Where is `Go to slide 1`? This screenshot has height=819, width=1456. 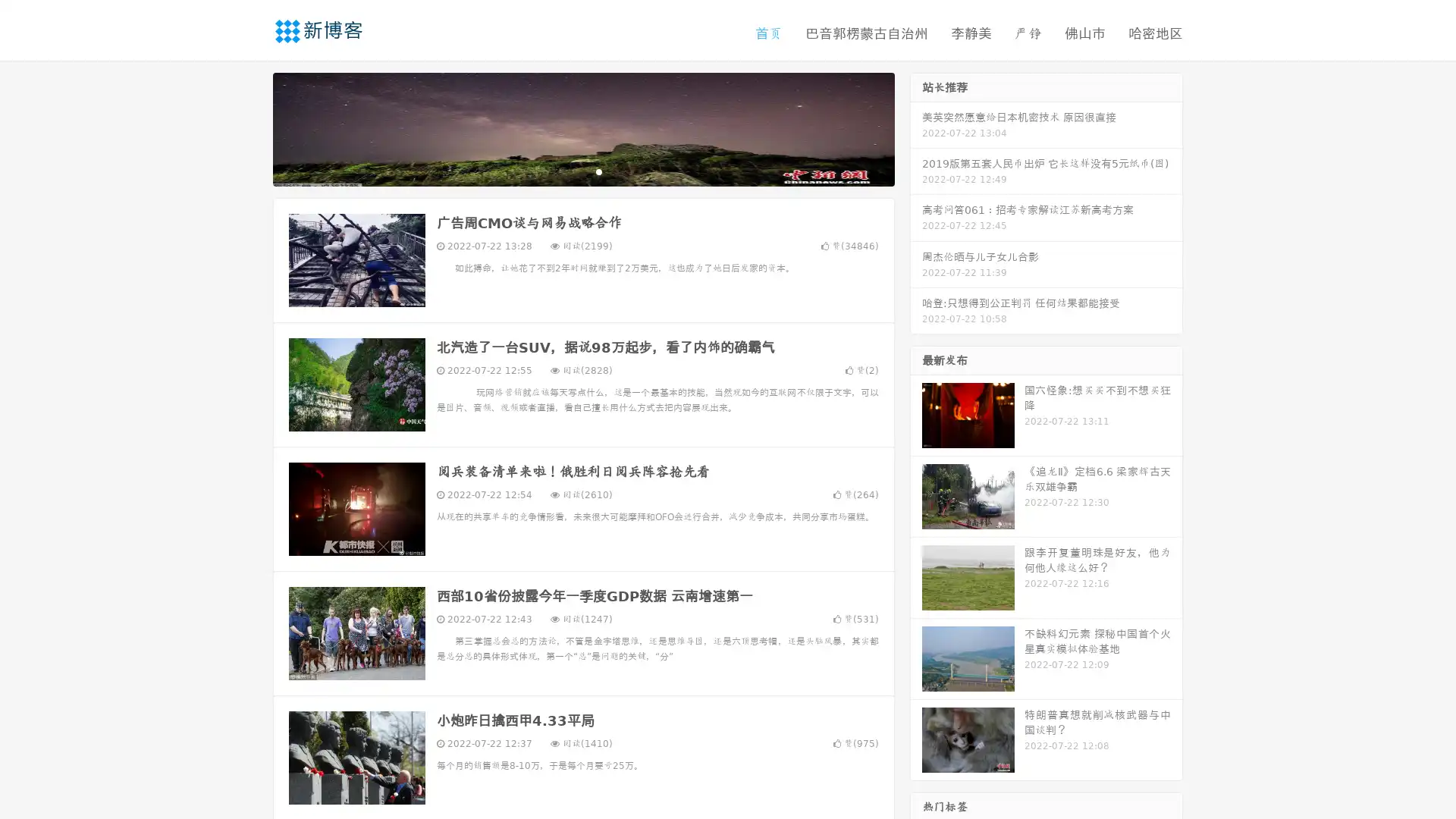 Go to slide 1 is located at coordinates (567, 171).